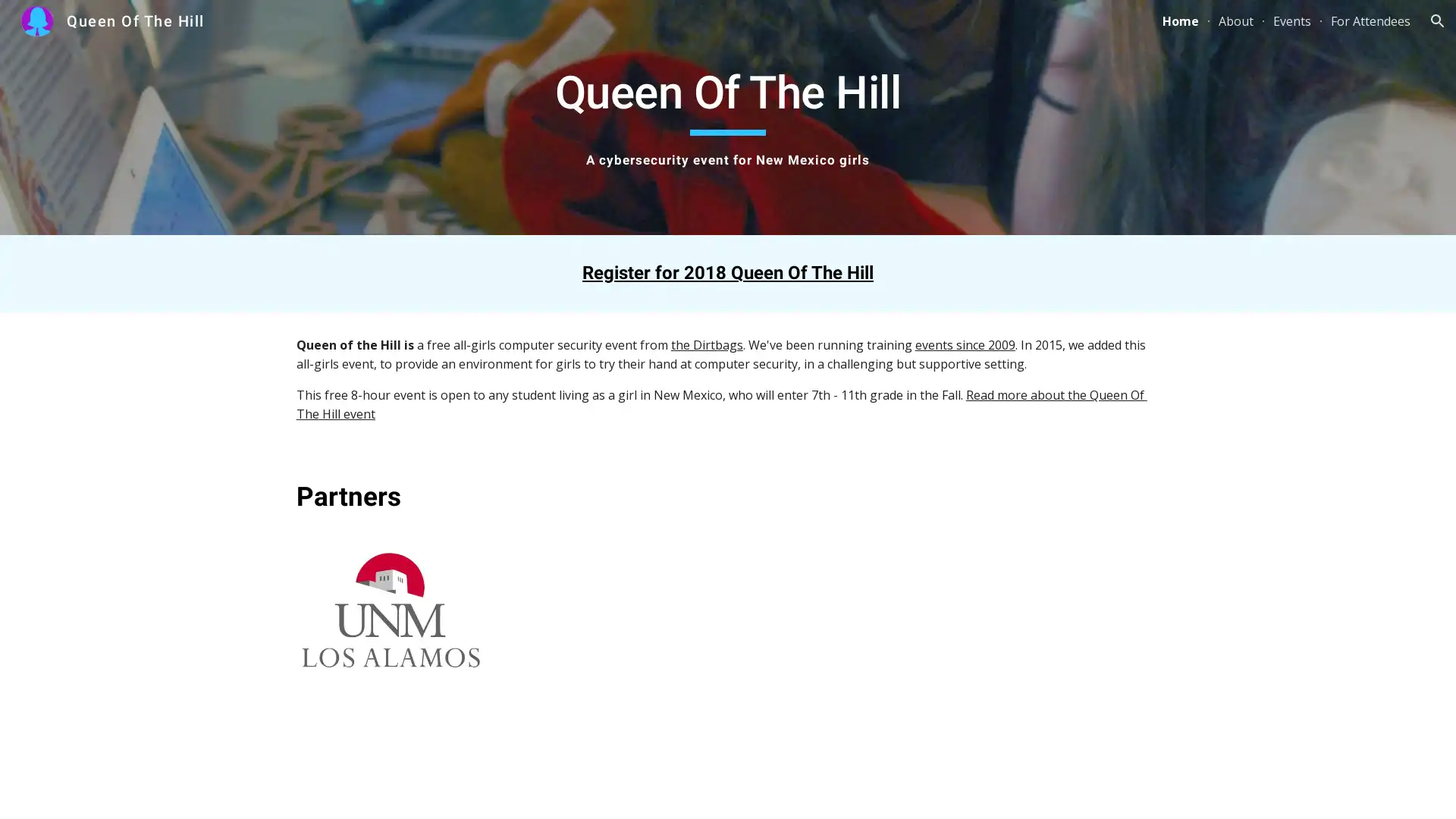 Image resolution: width=1456 pixels, height=819 pixels. Describe the element at coordinates (891, 271) in the screenshot. I see `Copy heading link` at that location.